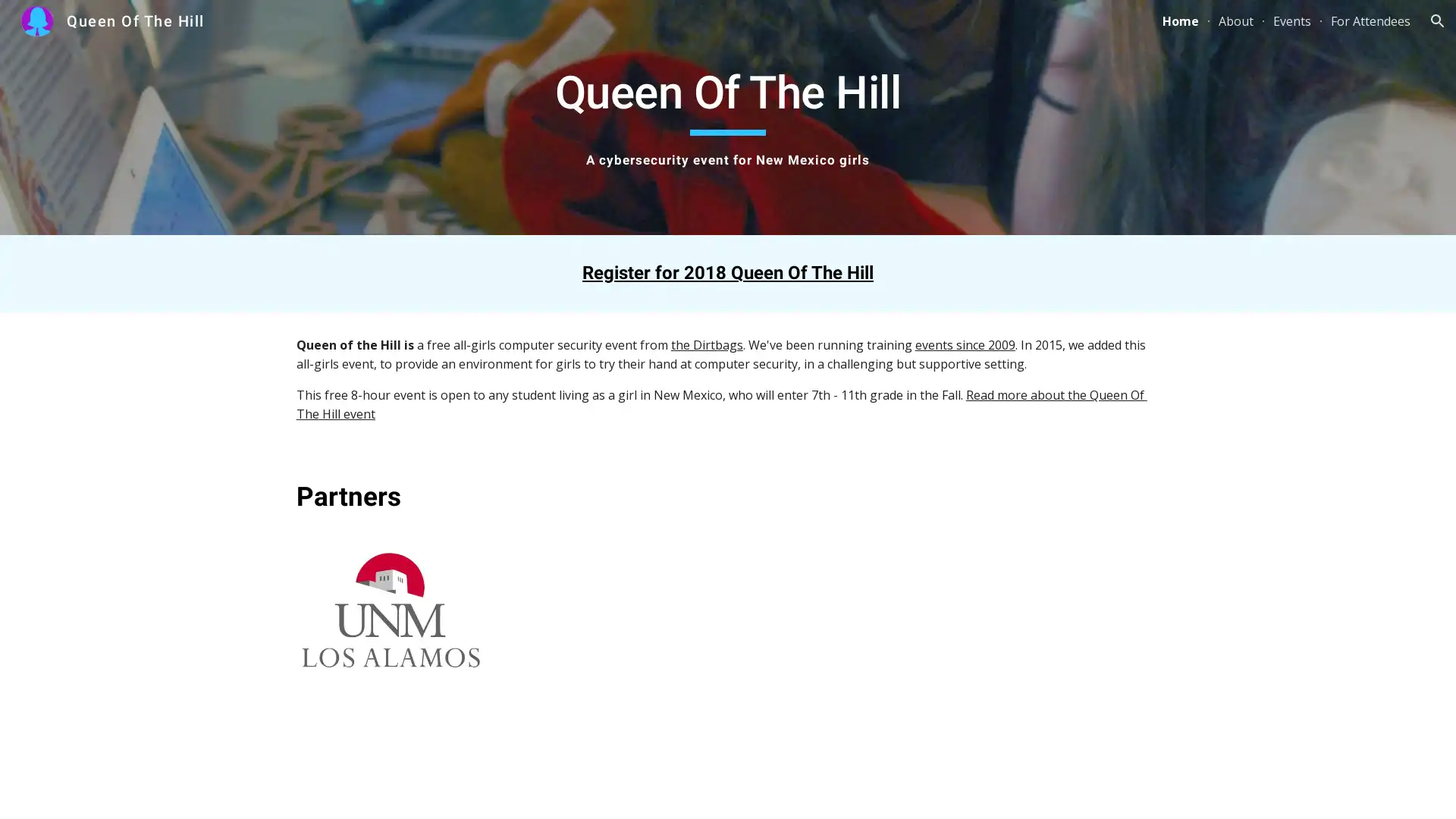 Image resolution: width=1456 pixels, height=819 pixels. Describe the element at coordinates (891, 271) in the screenshot. I see `Copy heading link` at that location.